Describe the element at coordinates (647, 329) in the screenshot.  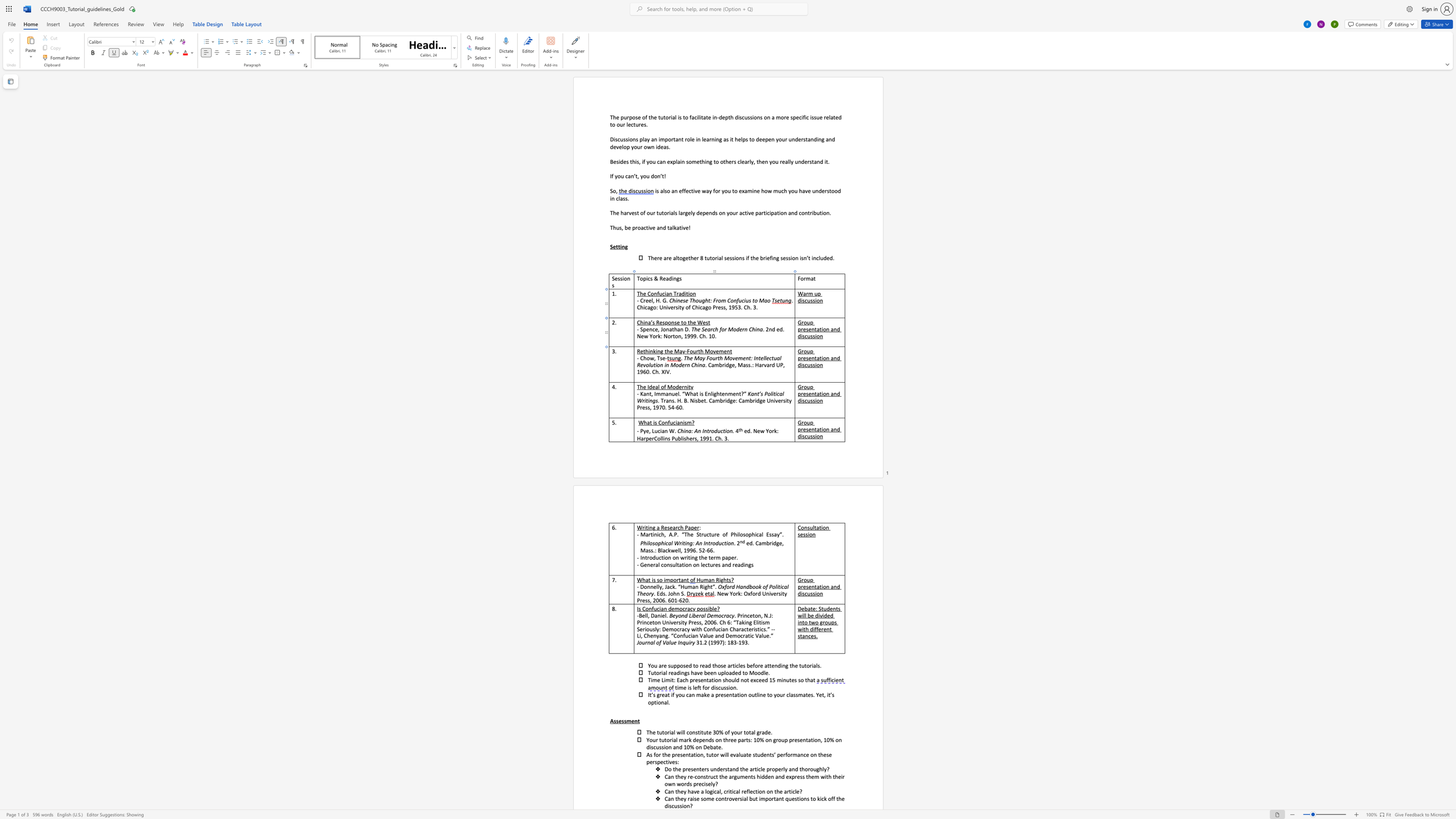
I see `the 1th character "e" in the text` at that location.